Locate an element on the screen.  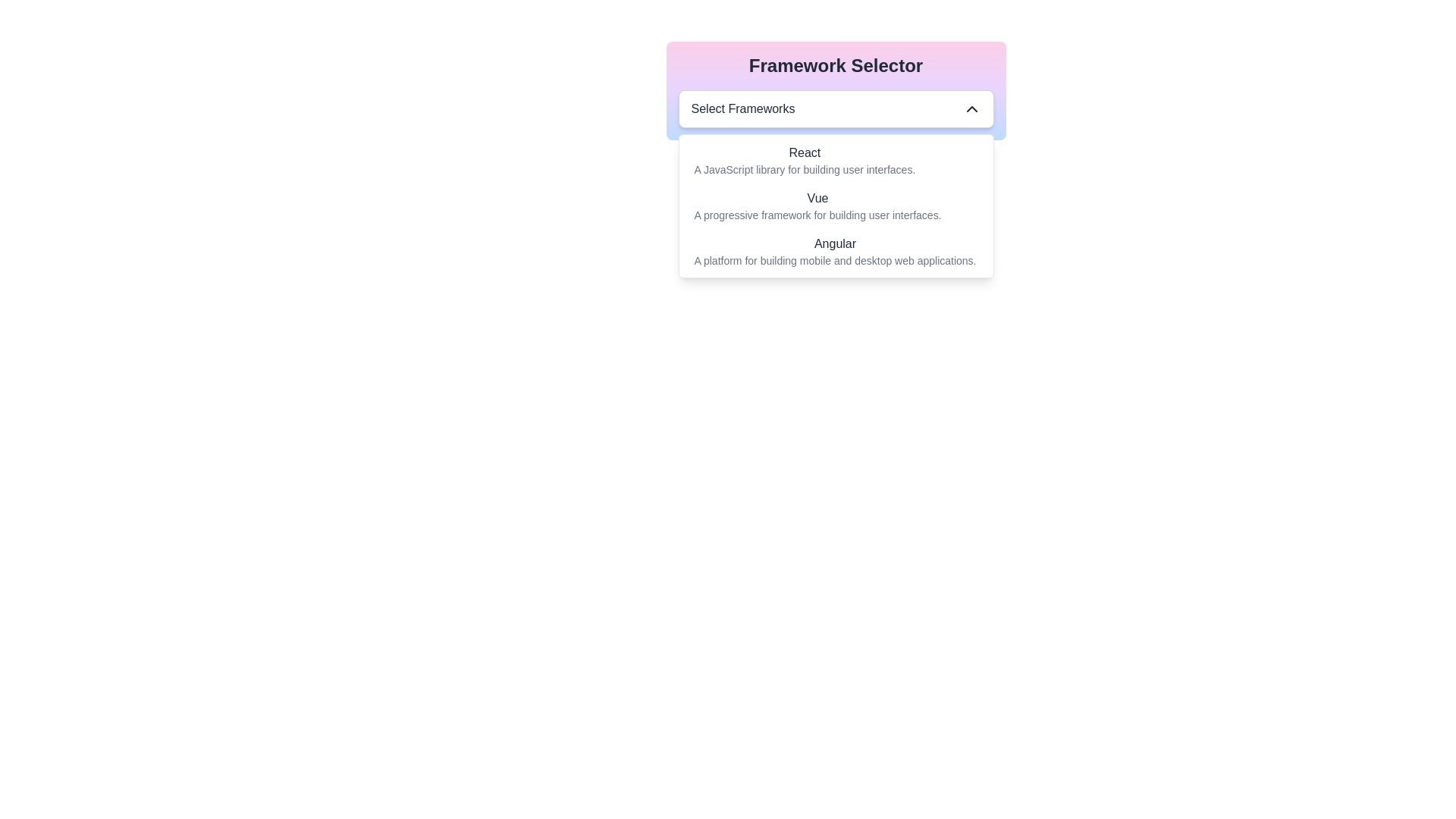
the selectable list item for 'Vue' in the 'Framework Selector' dropdown is located at coordinates (817, 206).